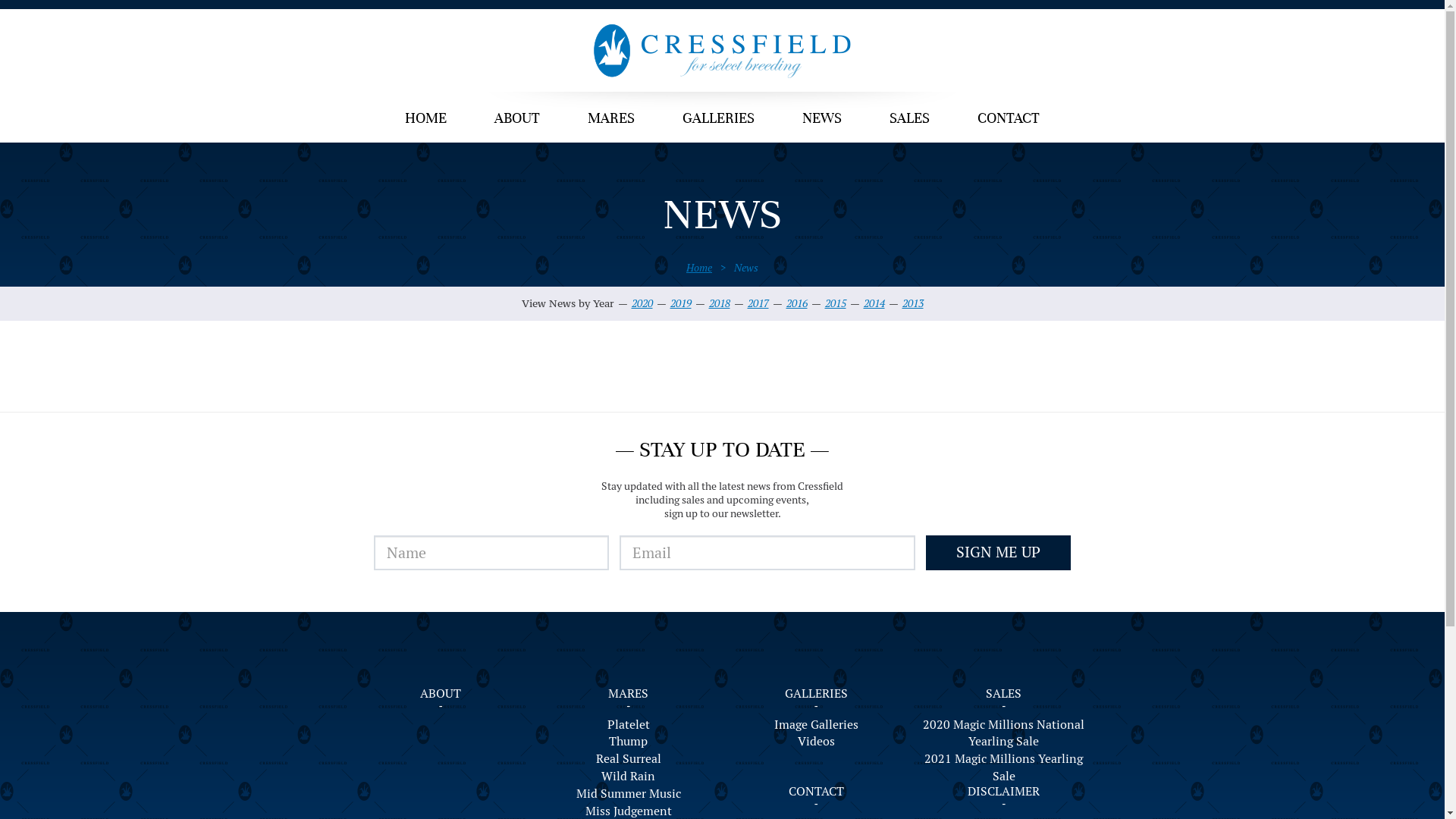 This screenshot has width=1456, height=819. What do you see at coordinates (1004, 733) in the screenshot?
I see `'2020 Magic Millions National Yearling Sale'` at bounding box center [1004, 733].